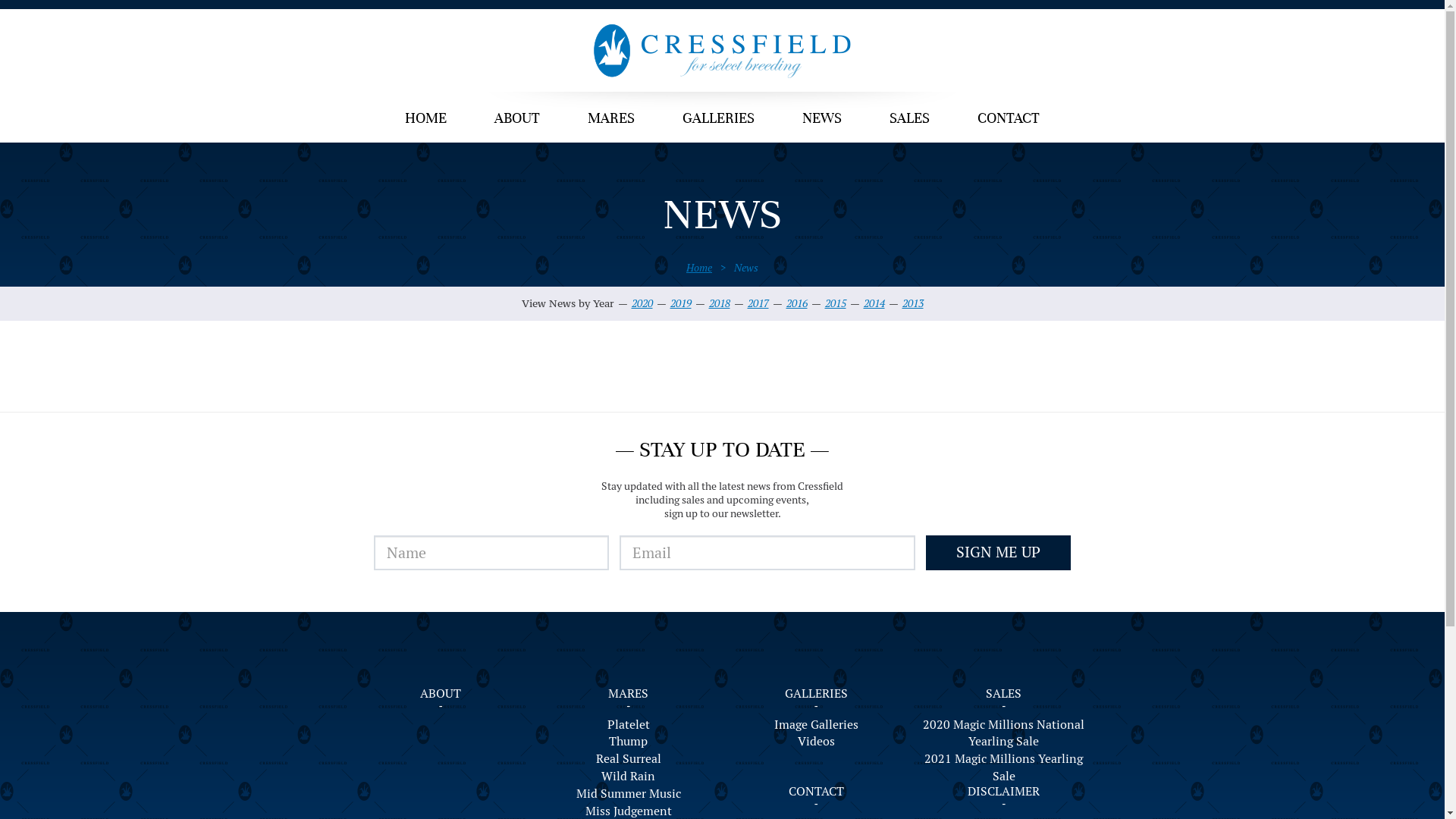 This screenshot has width=1456, height=819. What do you see at coordinates (1004, 733) in the screenshot?
I see `'2020 Magic Millions National Yearling Sale'` at bounding box center [1004, 733].